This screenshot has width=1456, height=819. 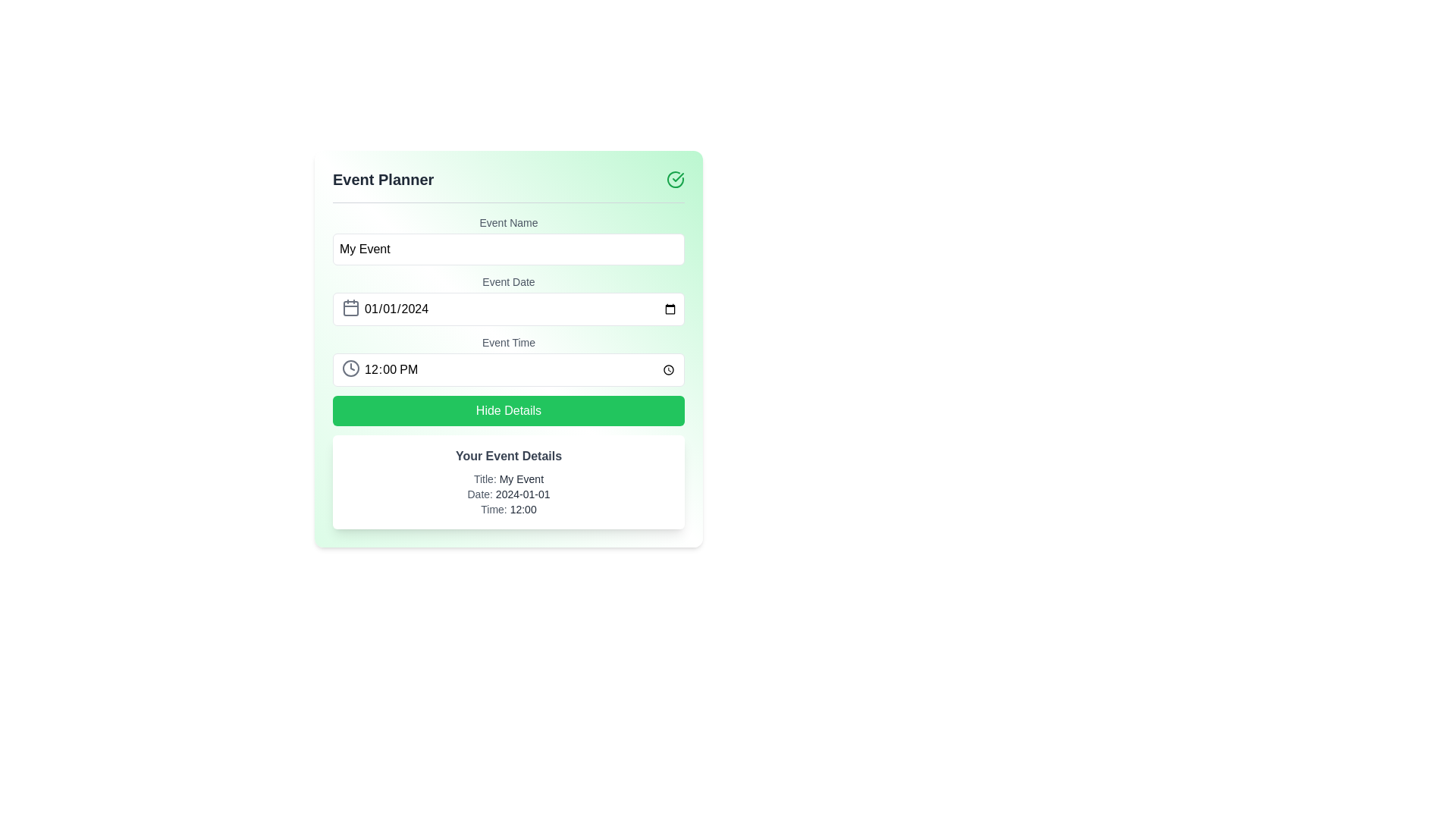 I want to click on clock icon circle element located to the left of the time '12:00 PM' in the Event Planner form, so click(x=350, y=369).